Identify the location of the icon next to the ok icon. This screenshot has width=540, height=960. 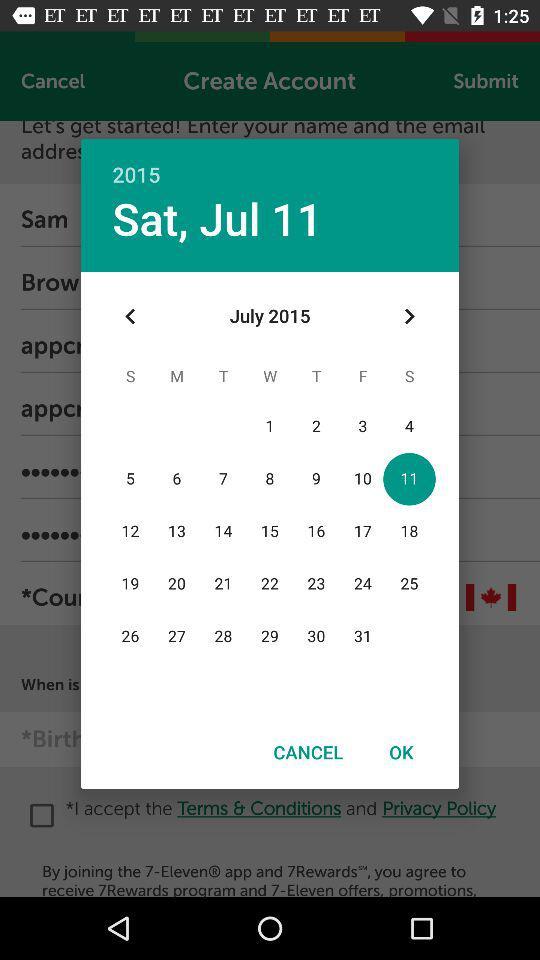
(308, 751).